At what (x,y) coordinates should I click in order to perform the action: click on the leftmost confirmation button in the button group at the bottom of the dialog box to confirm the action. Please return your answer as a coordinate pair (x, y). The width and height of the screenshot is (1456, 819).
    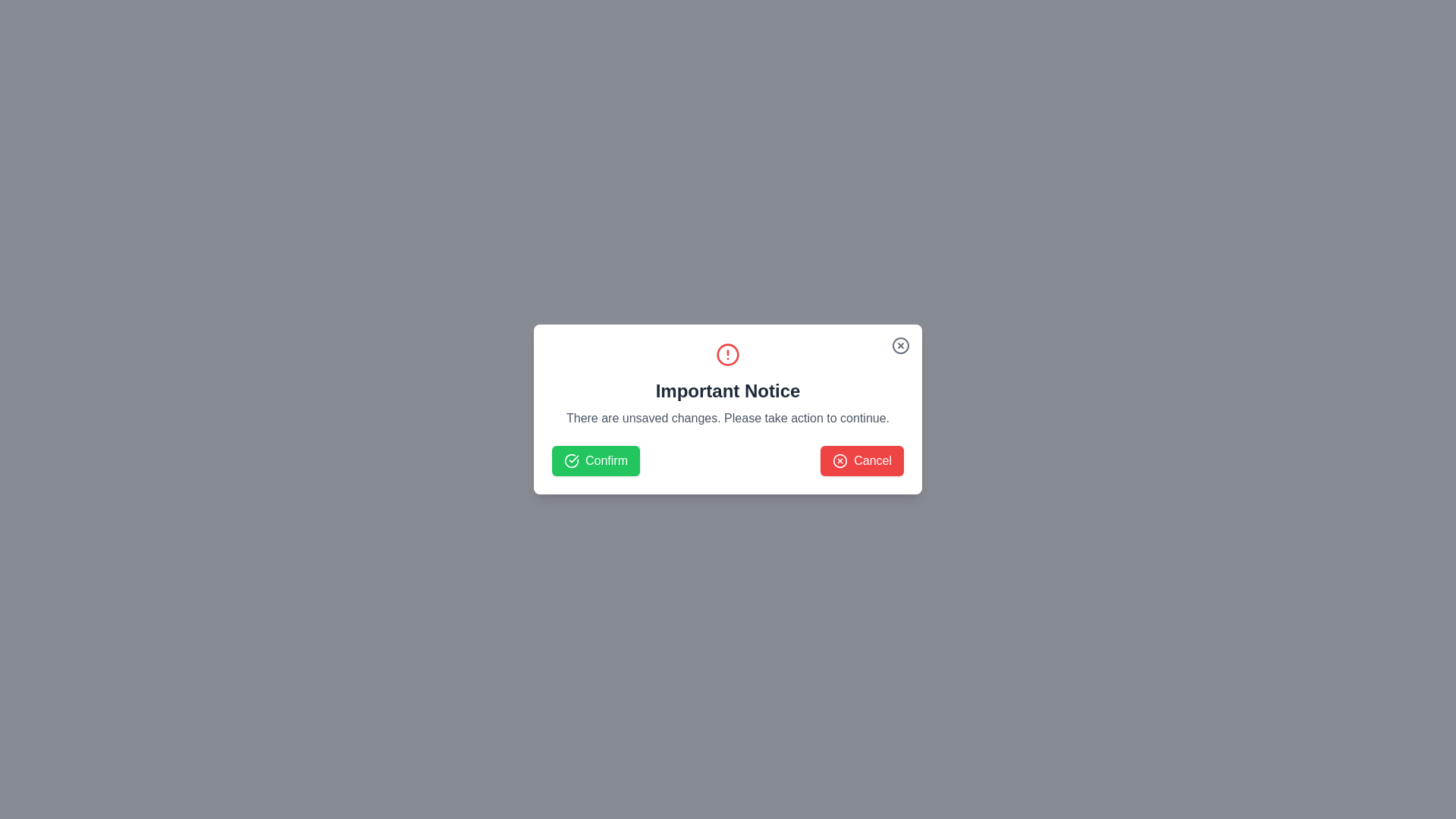
    Looking at the image, I should click on (595, 460).